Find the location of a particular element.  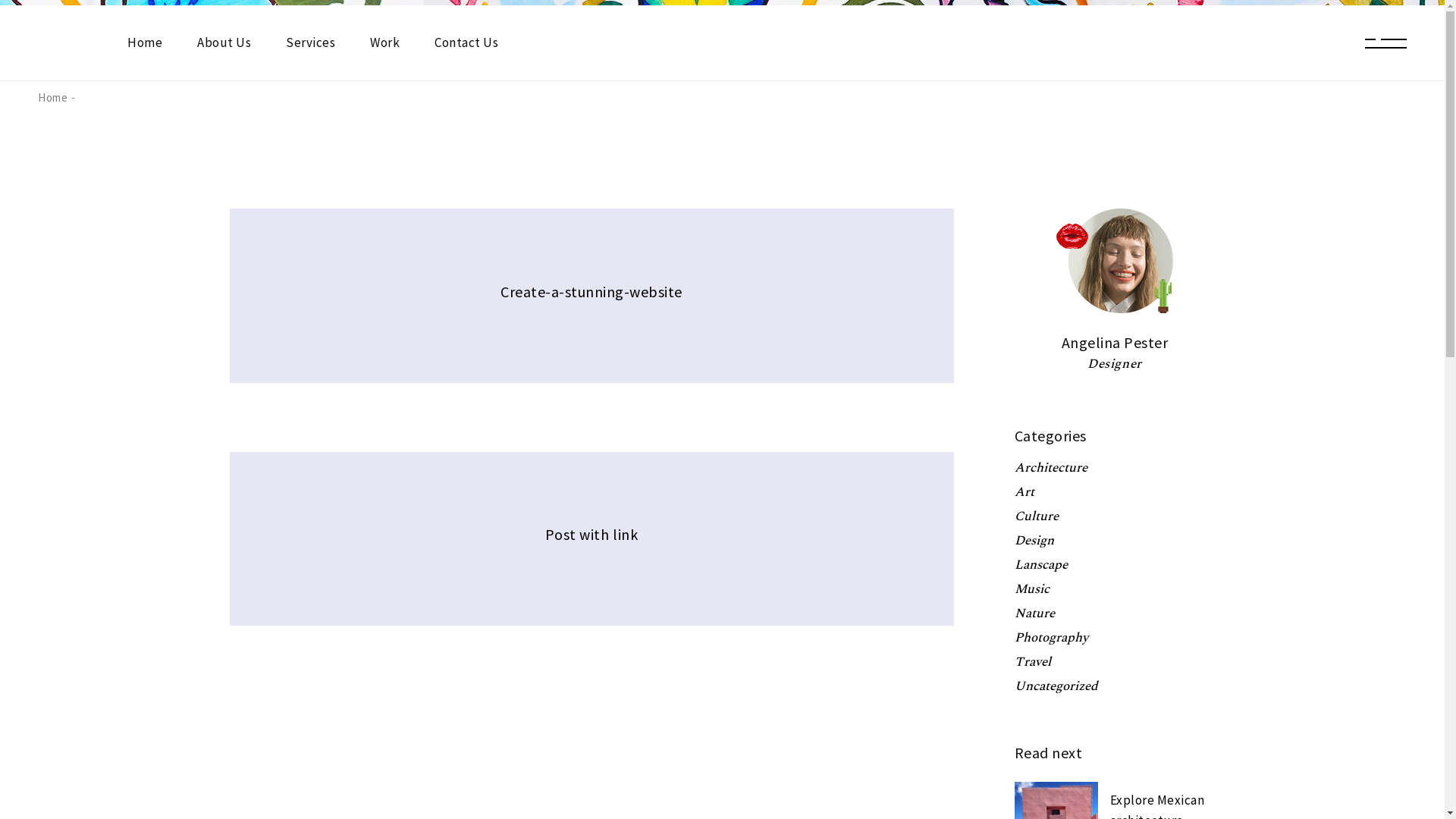

'0404 172 272' is located at coordinates (979, 571).